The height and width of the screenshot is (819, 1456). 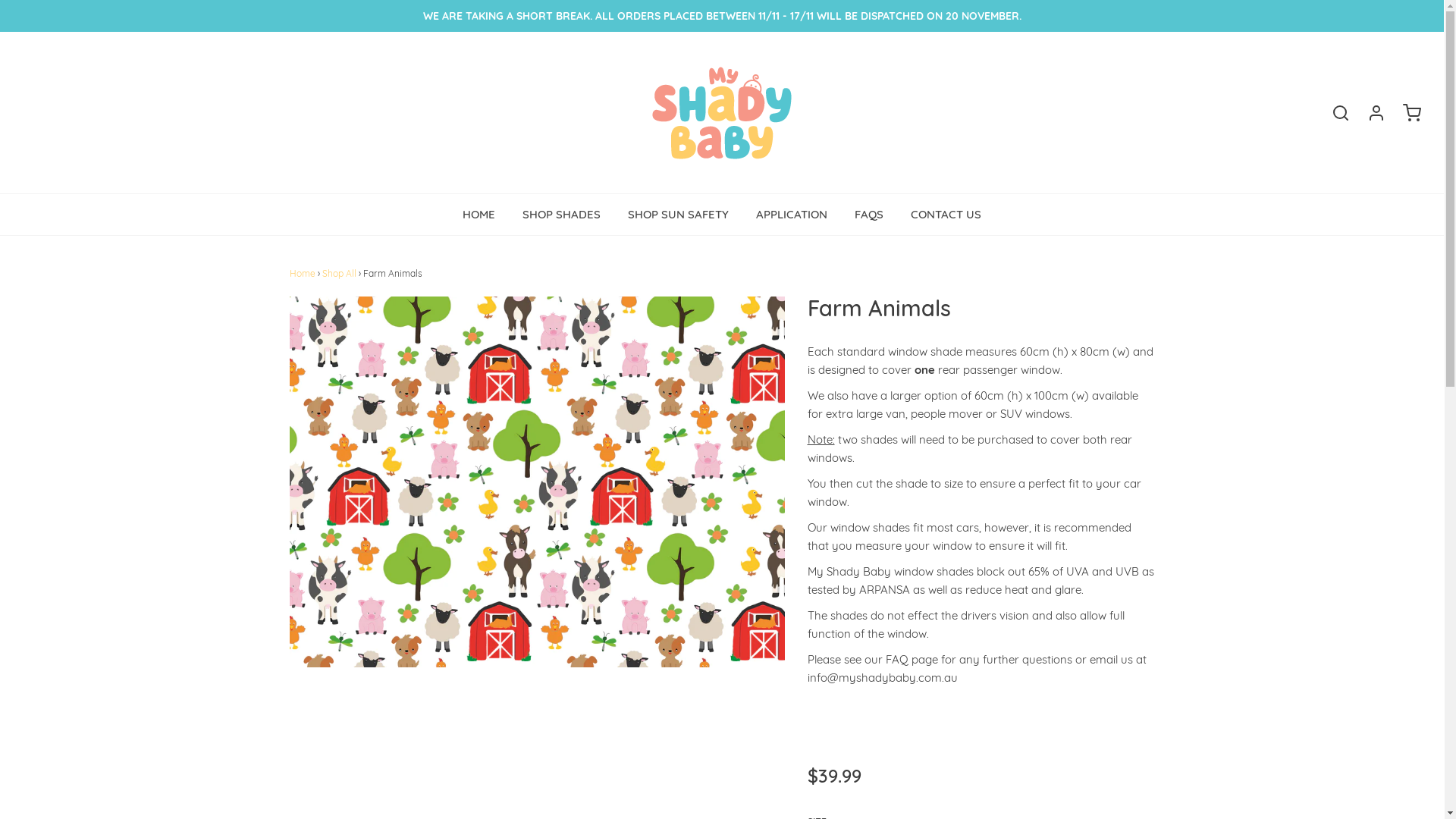 What do you see at coordinates (560, 214) in the screenshot?
I see `'SHOP SHADES'` at bounding box center [560, 214].